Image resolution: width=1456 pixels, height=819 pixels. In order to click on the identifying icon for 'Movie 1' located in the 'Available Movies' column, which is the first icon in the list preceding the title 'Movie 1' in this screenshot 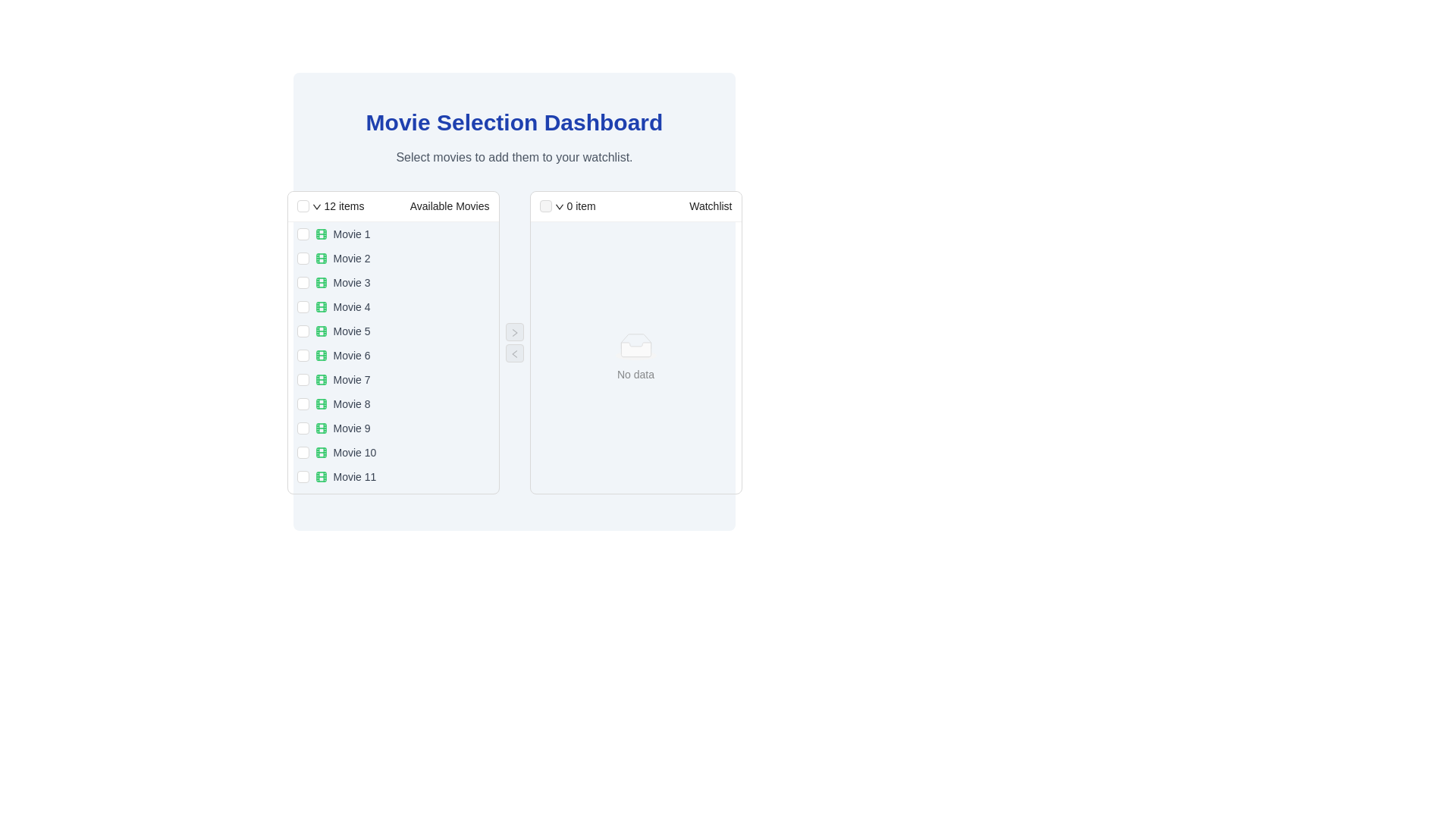, I will do `click(320, 234)`.